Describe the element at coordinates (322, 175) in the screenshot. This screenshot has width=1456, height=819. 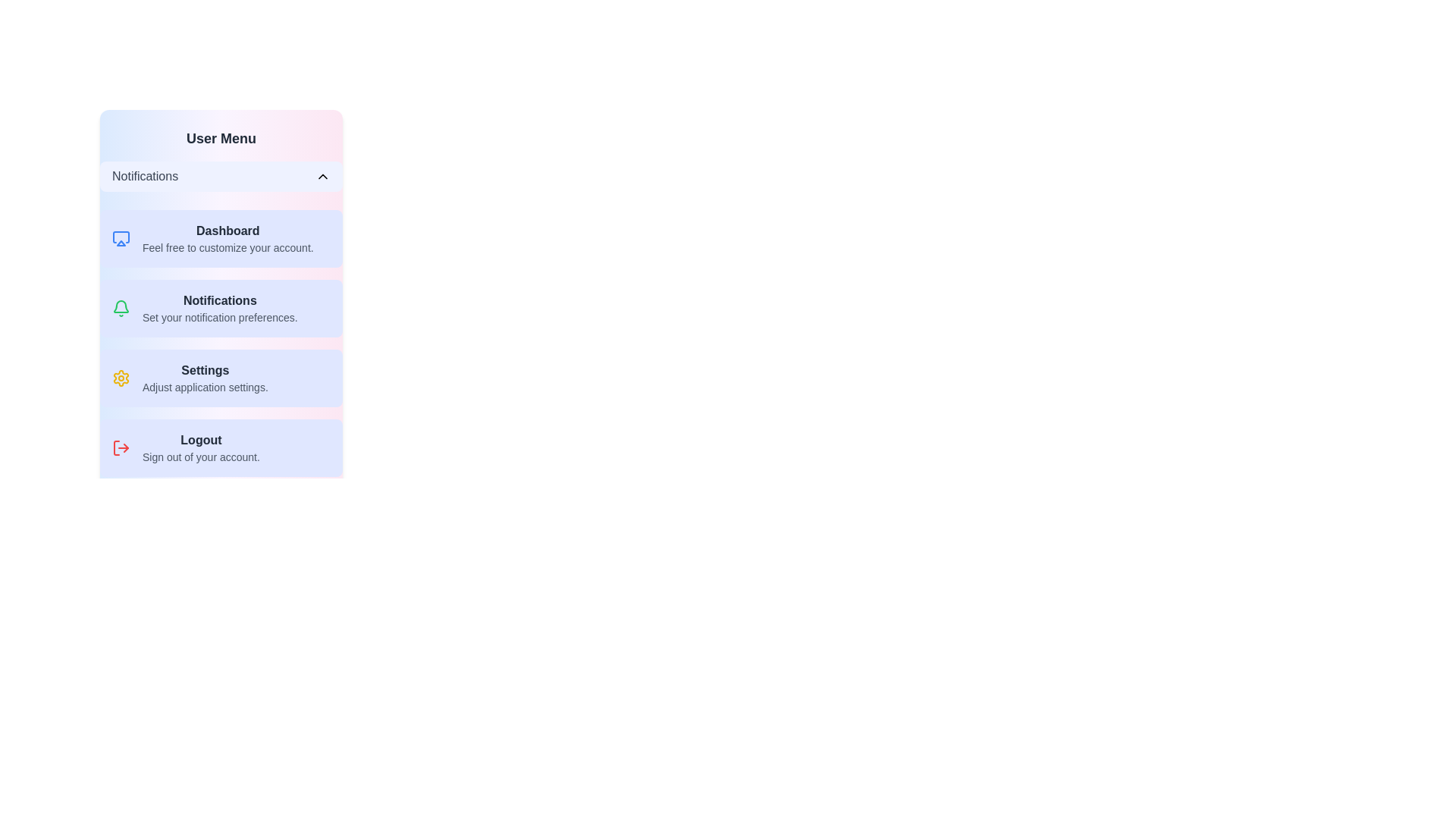
I see `the toggle button to observe its icon change` at that location.